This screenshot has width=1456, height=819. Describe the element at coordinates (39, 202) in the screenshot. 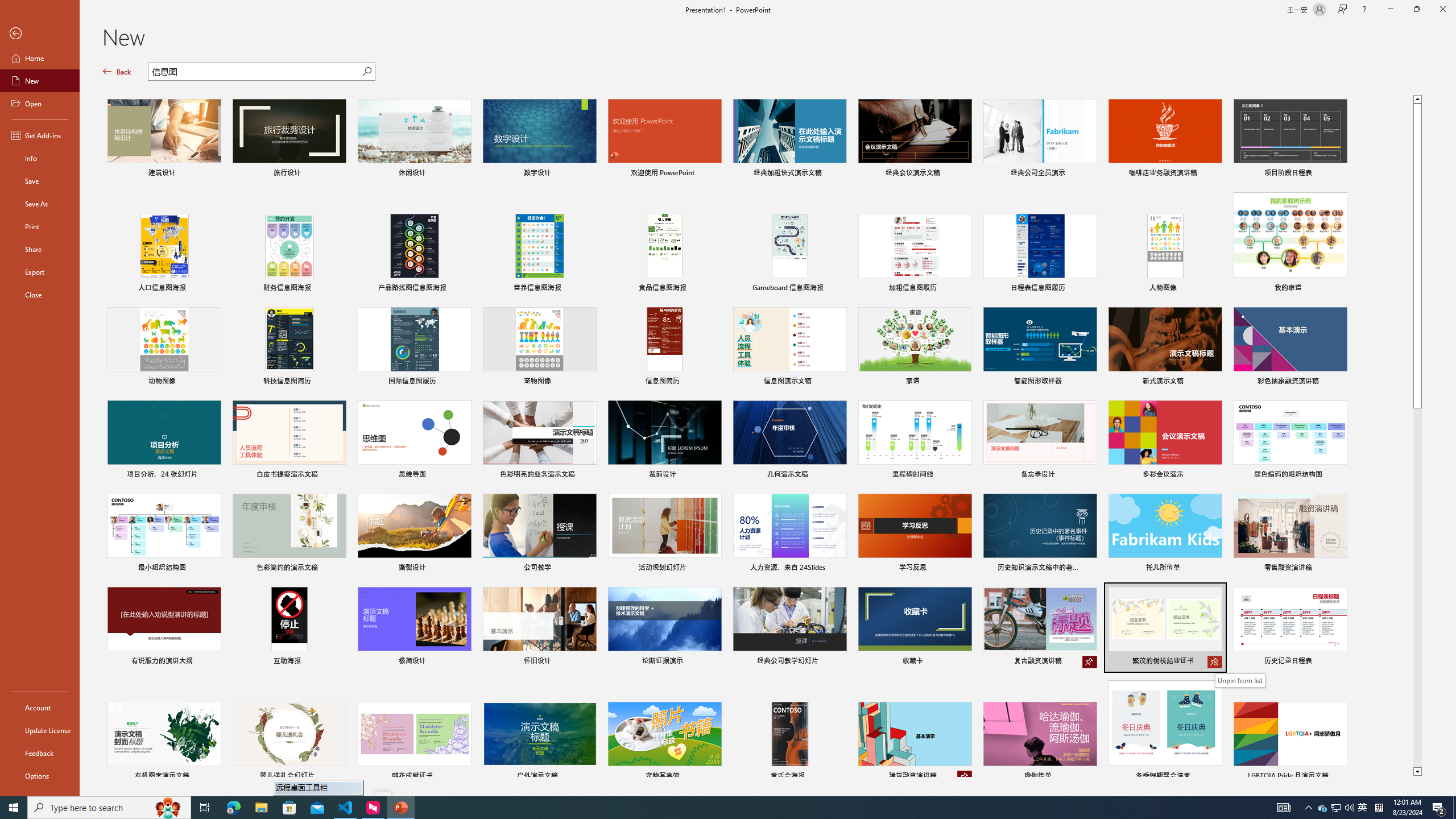

I see `'Save As'` at that location.